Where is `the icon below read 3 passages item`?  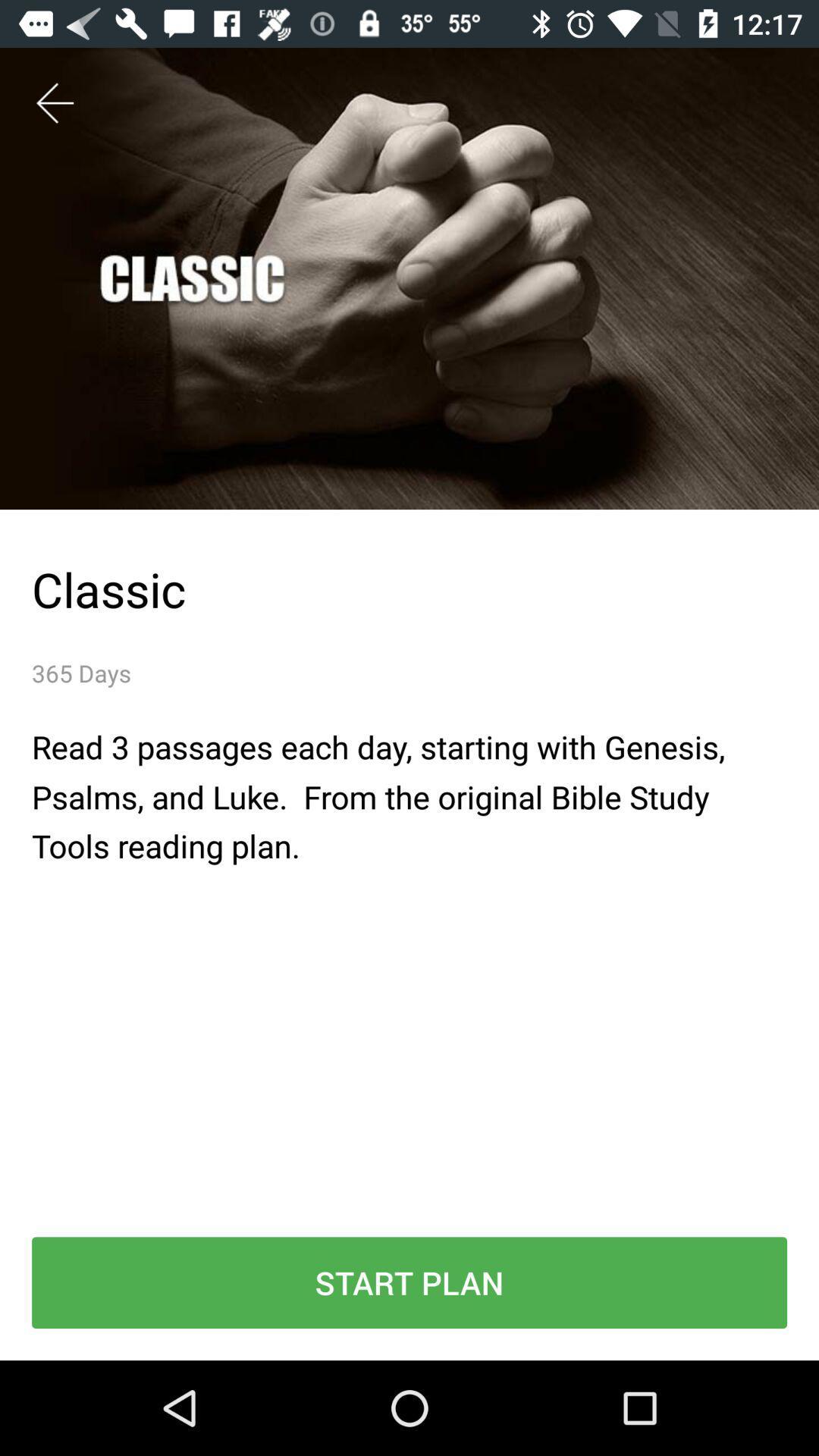 the icon below read 3 passages item is located at coordinates (409, 1282).